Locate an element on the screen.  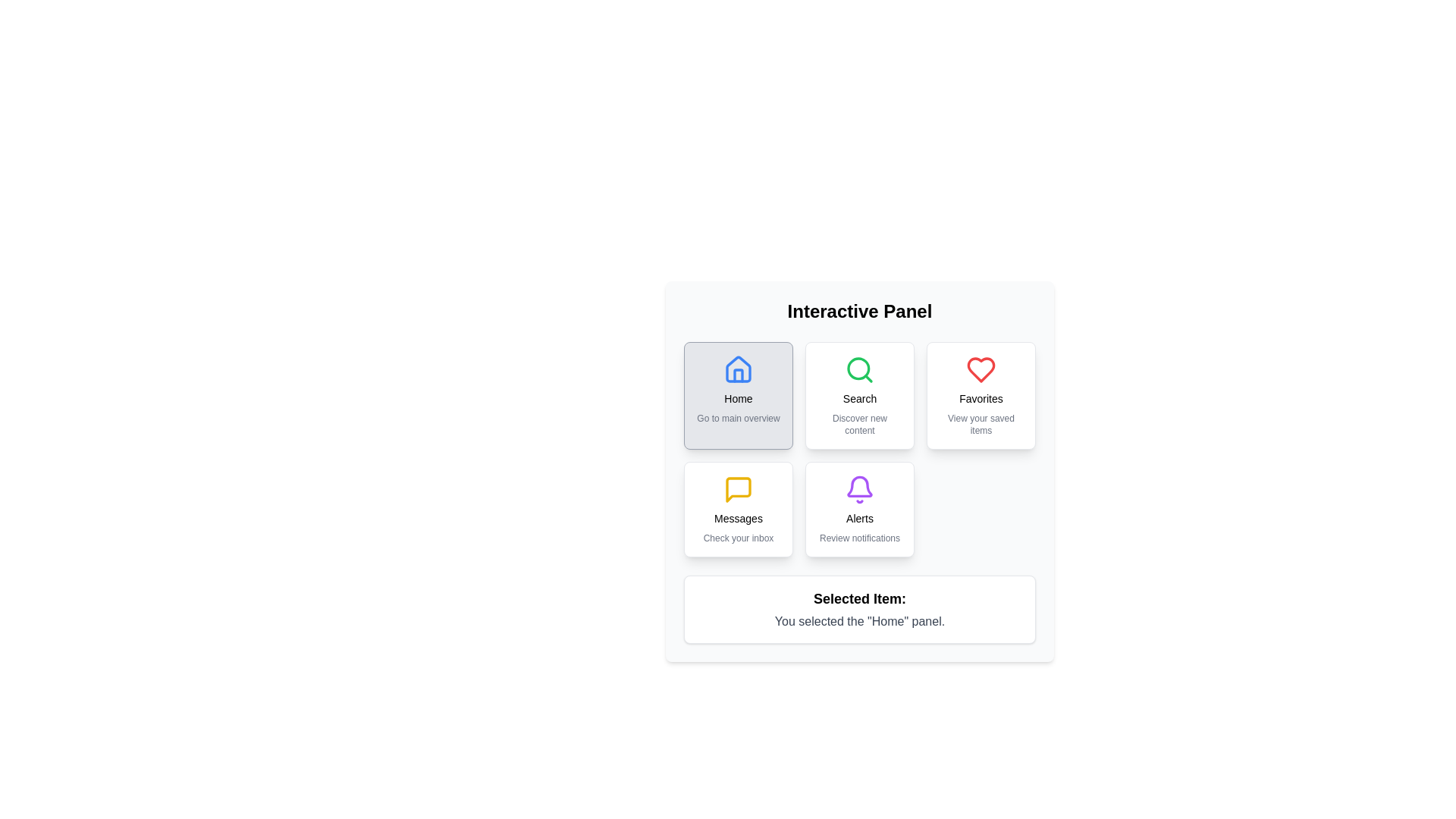
the heart icon in the 'Favorites' section is located at coordinates (981, 370).